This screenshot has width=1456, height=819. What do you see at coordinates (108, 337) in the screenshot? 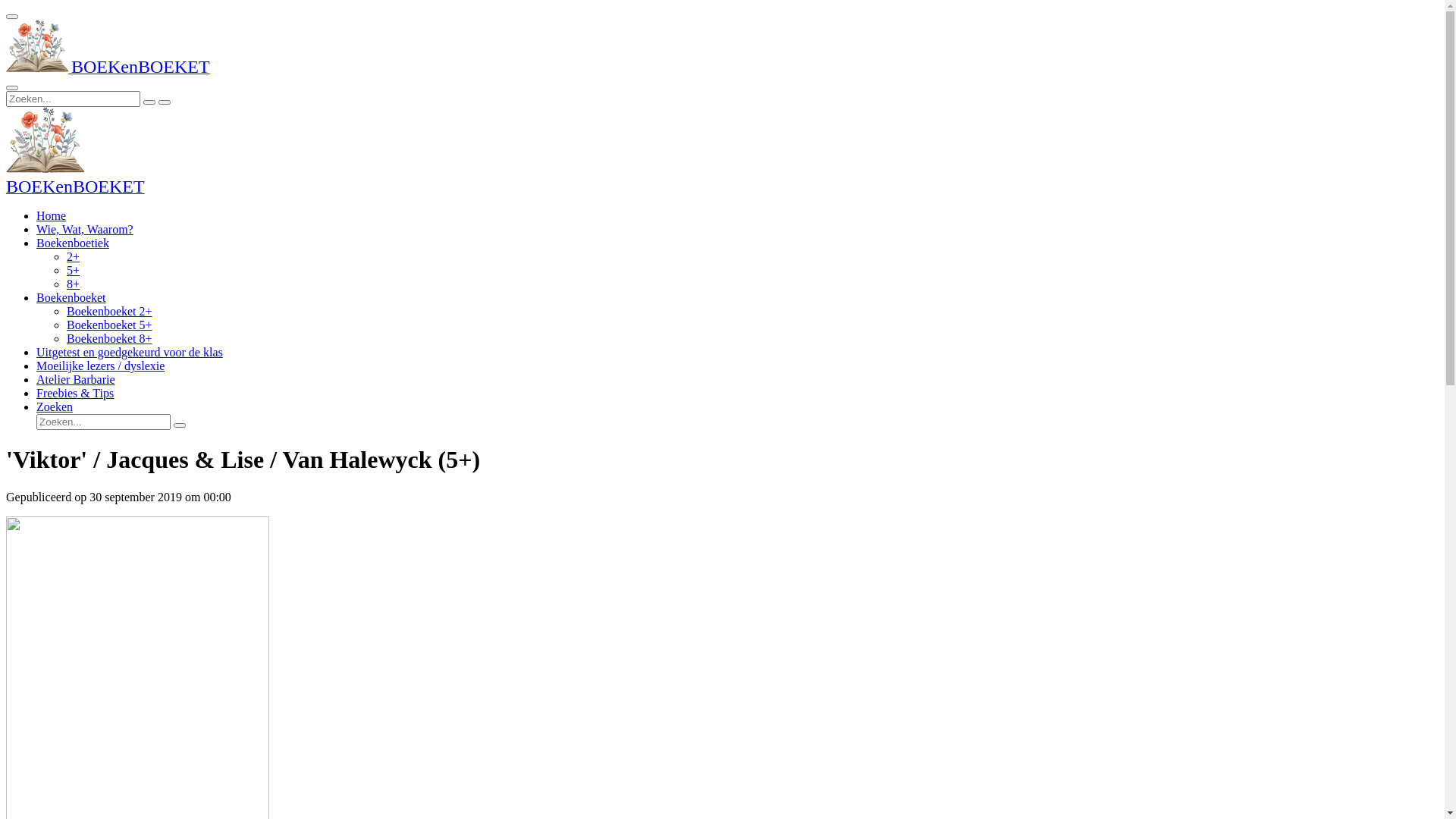
I see `'Boekenboeket 8+'` at bounding box center [108, 337].